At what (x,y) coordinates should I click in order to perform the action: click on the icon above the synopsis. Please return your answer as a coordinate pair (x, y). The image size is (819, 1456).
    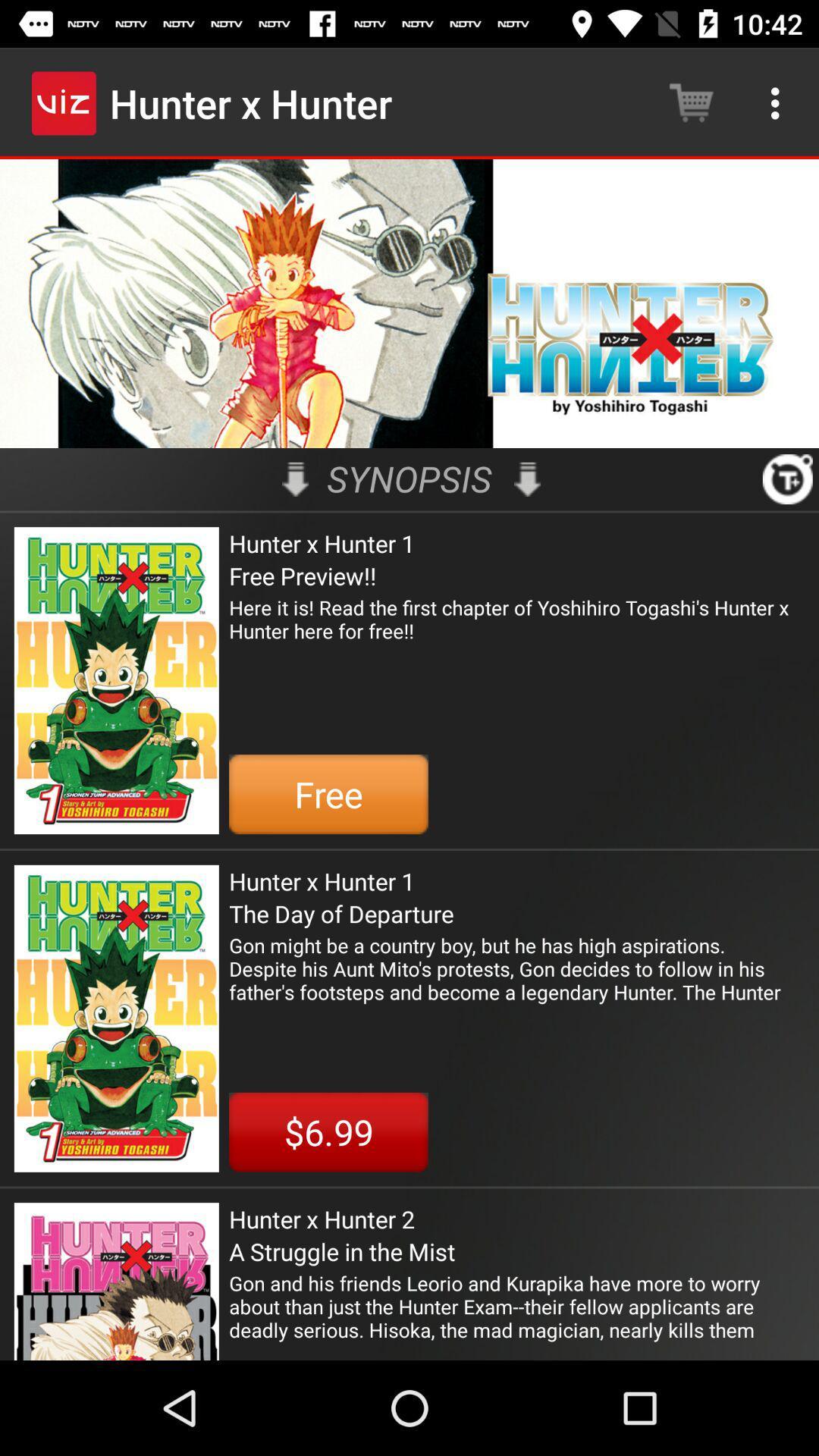
    Looking at the image, I should click on (409, 303).